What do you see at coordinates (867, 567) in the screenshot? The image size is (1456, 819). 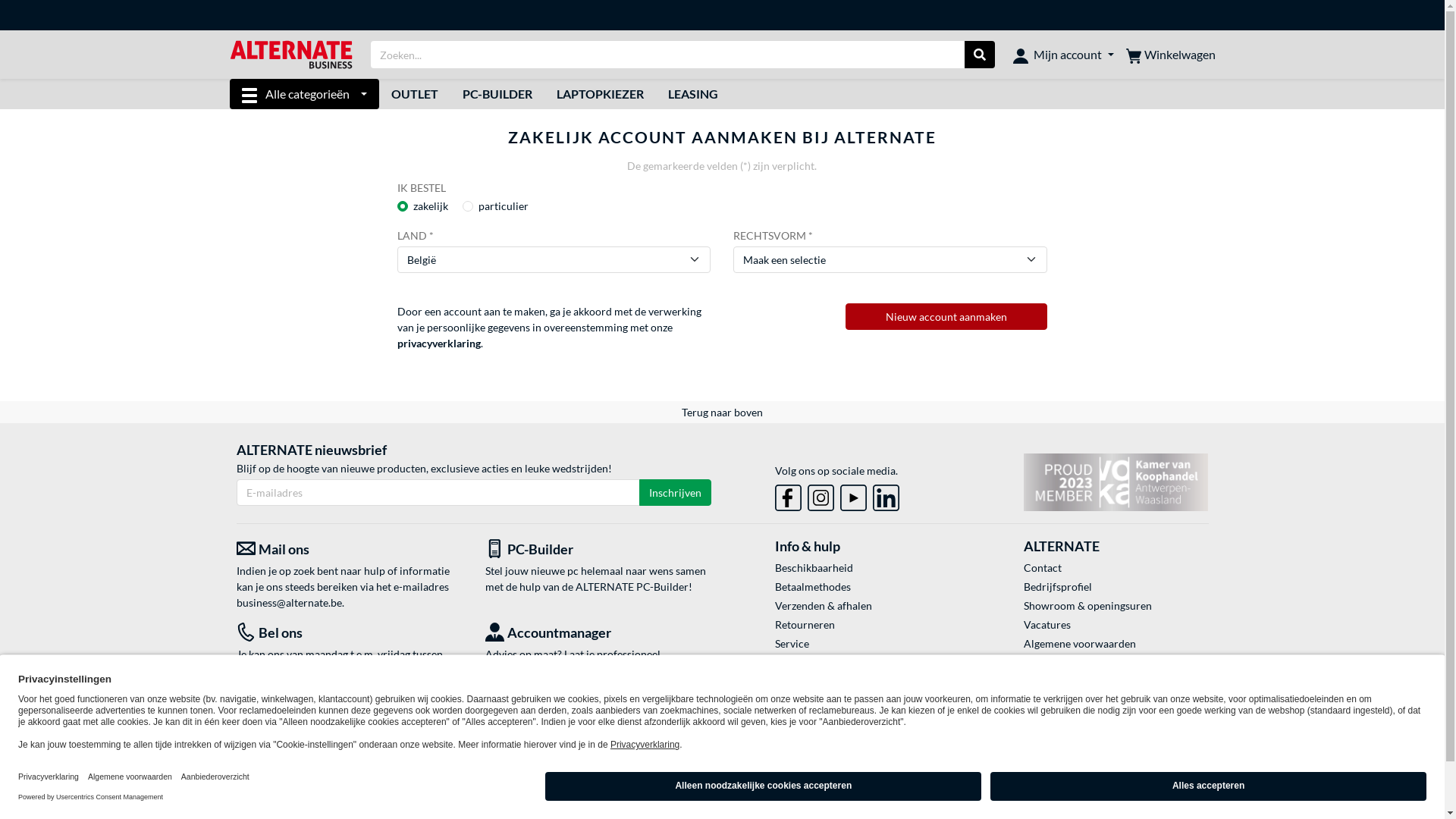 I see `'Beschikbaarheid'` at bounding box center [867, 567].